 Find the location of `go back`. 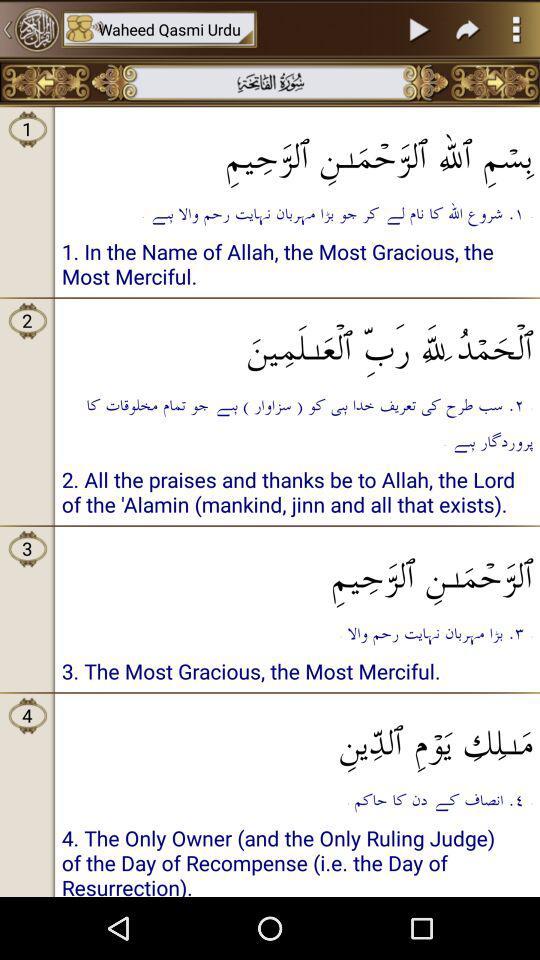

go back is located at coordinates (29, 28).